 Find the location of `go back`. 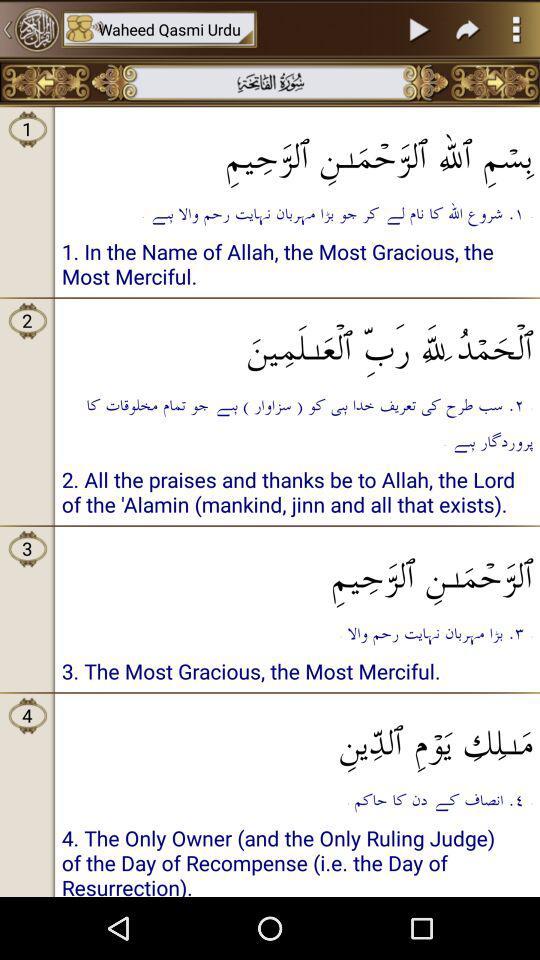

go back is located at coordinates (29, 28).